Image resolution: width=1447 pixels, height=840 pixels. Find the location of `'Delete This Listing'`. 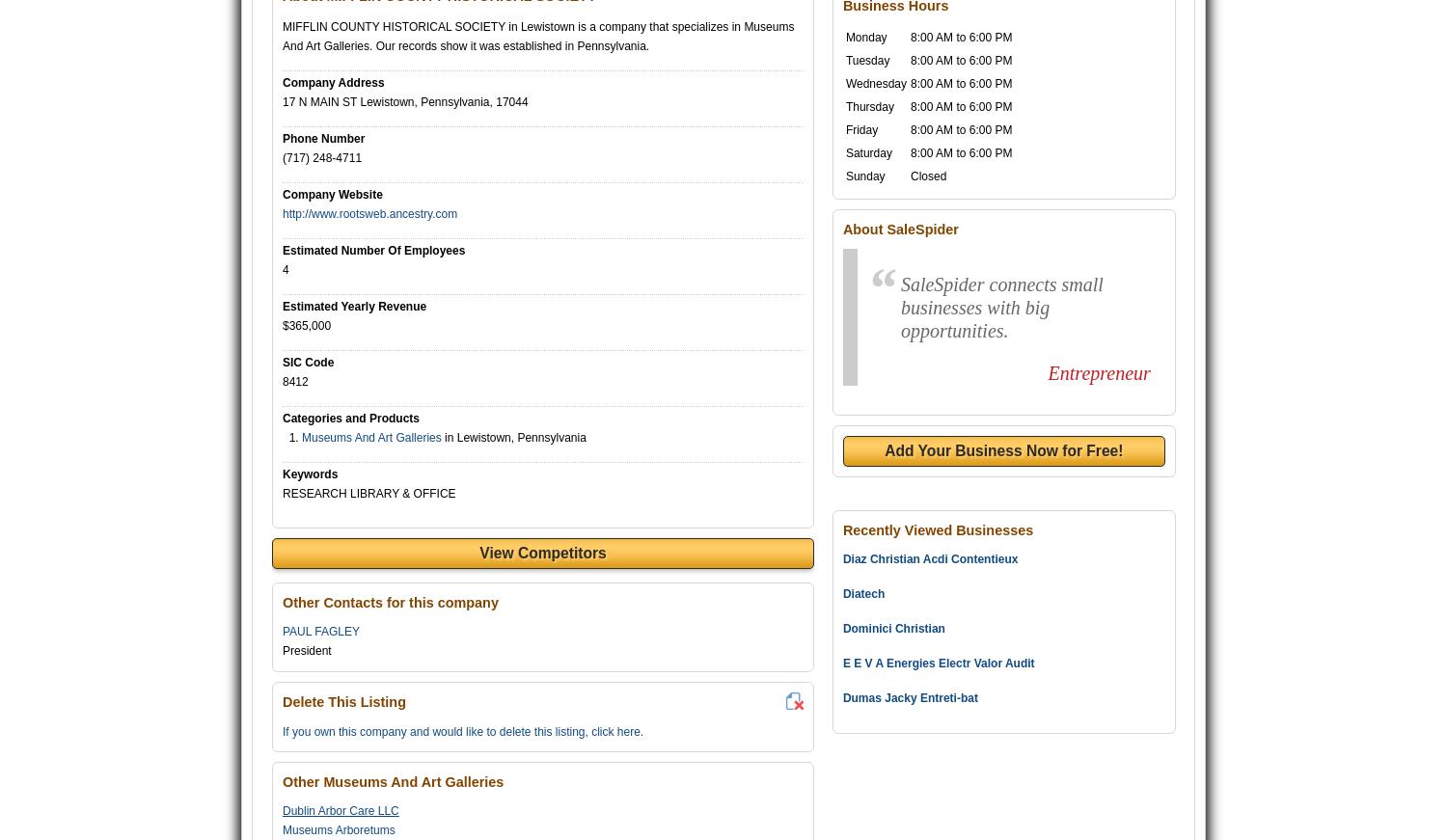

'Delete This Listing' is located at coordinates (282, 701).